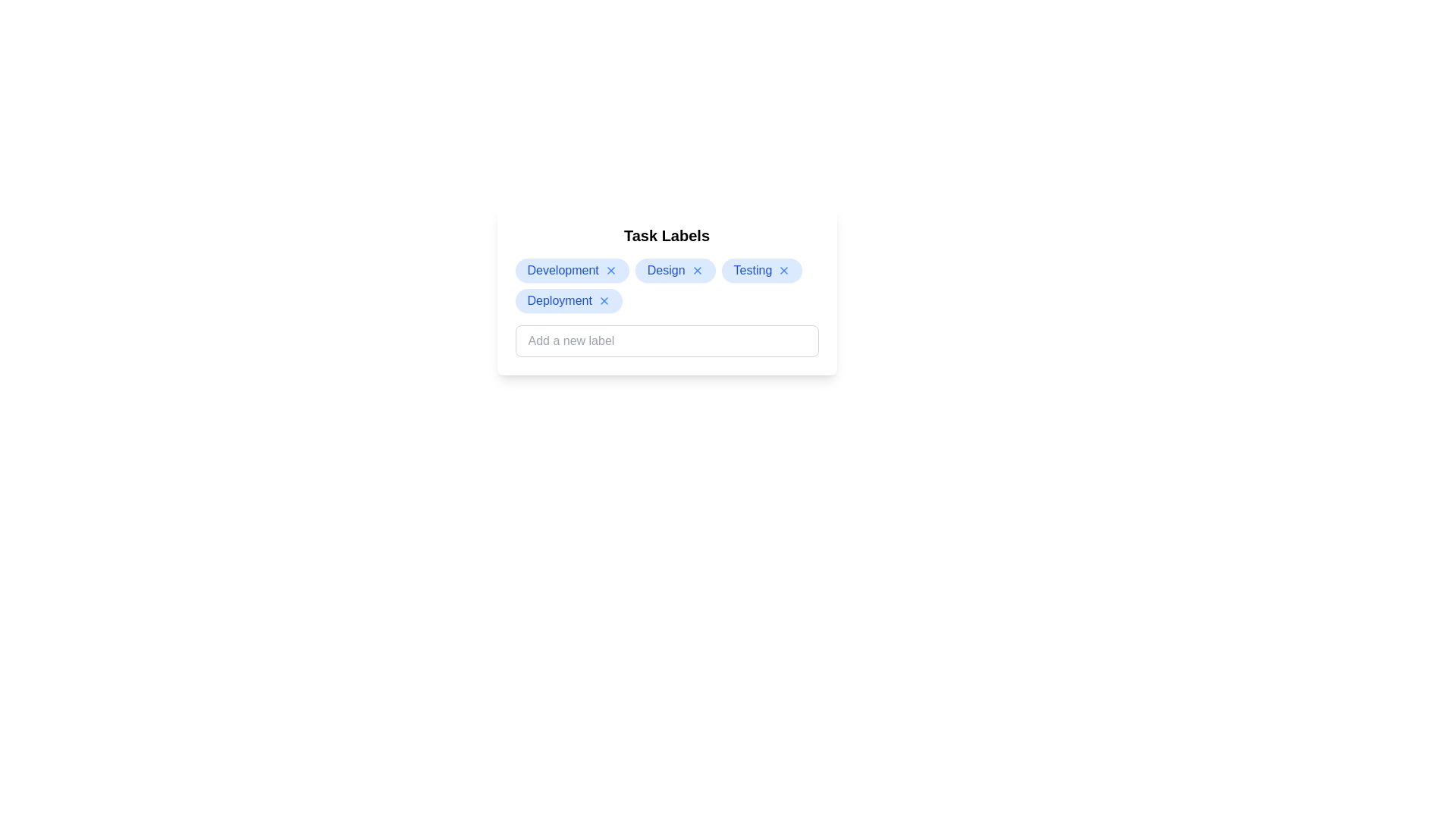 Image resolution: width=1456 pixels, height=819 pixels. I want to click on the removal button located at the rightmost part of the 'Testing' label chip, so click(784, 270).